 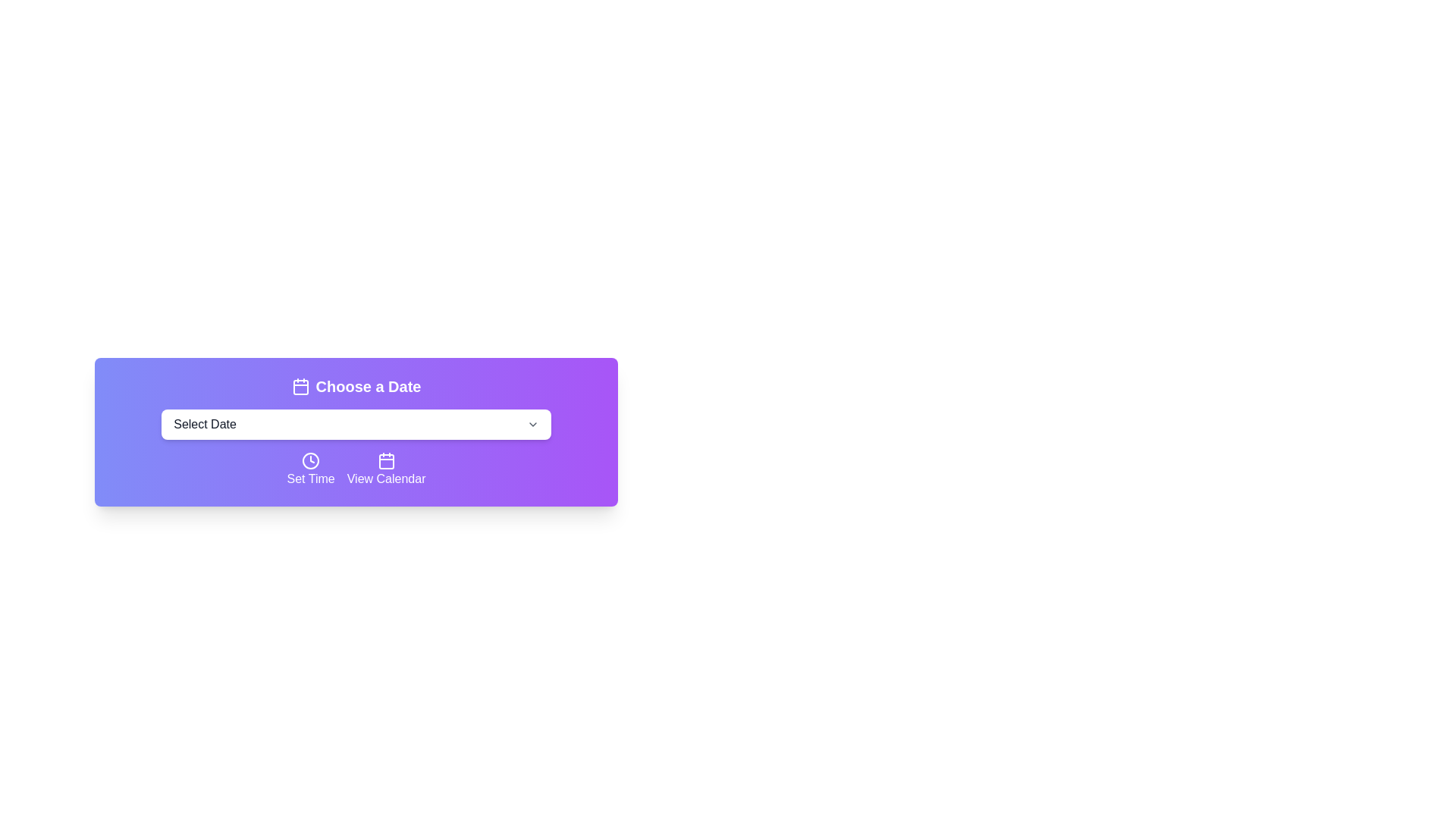 What do you see at coordinates (310, 469) in the screenshot?
I see `the 'Set Time' button located below a clock symbol in the 'Choose a Date' card` at bounding box center [310, 469].